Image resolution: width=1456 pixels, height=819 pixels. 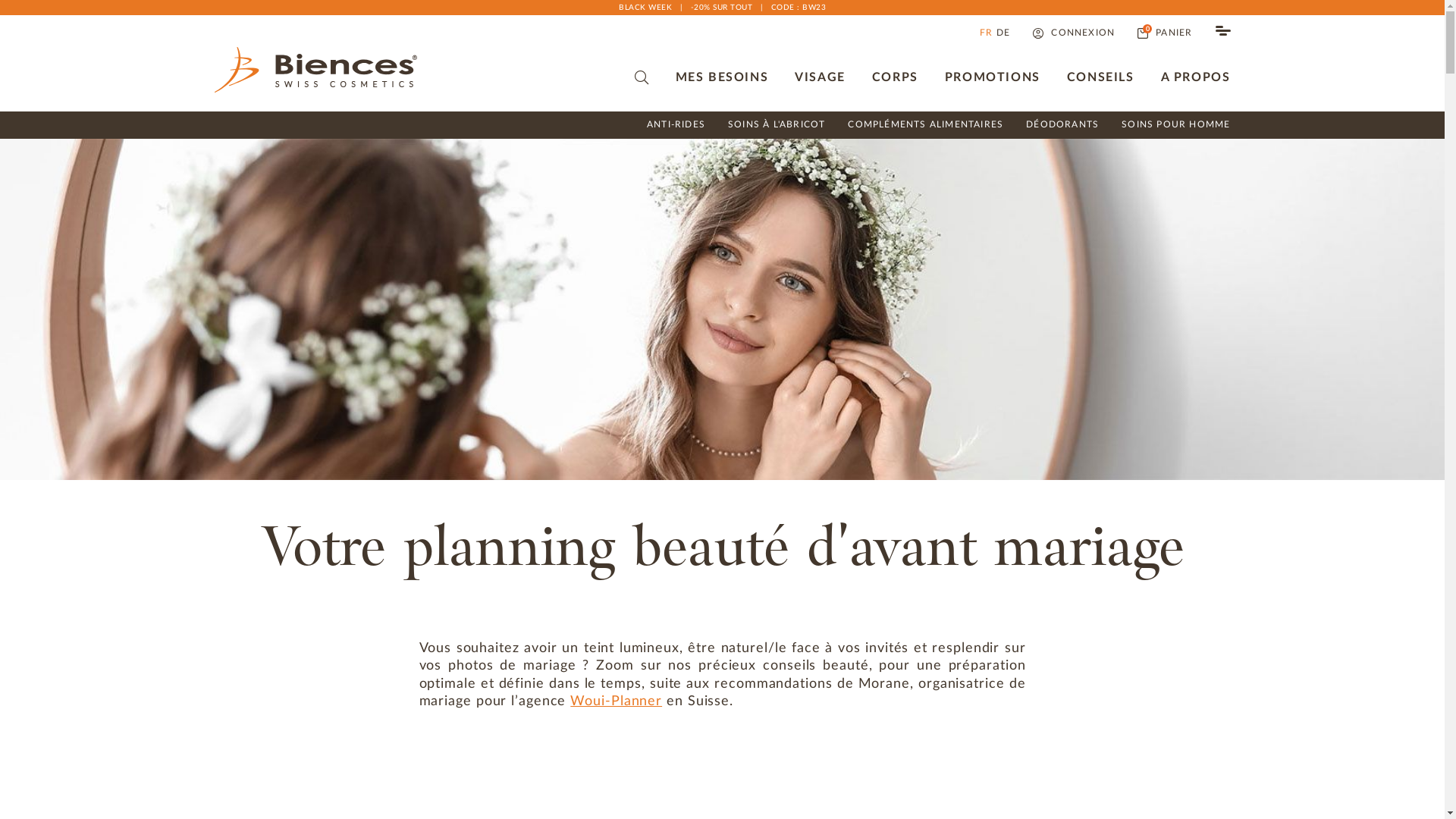 I want to click on 'CONNEXION', so click(x=1073, y=33).